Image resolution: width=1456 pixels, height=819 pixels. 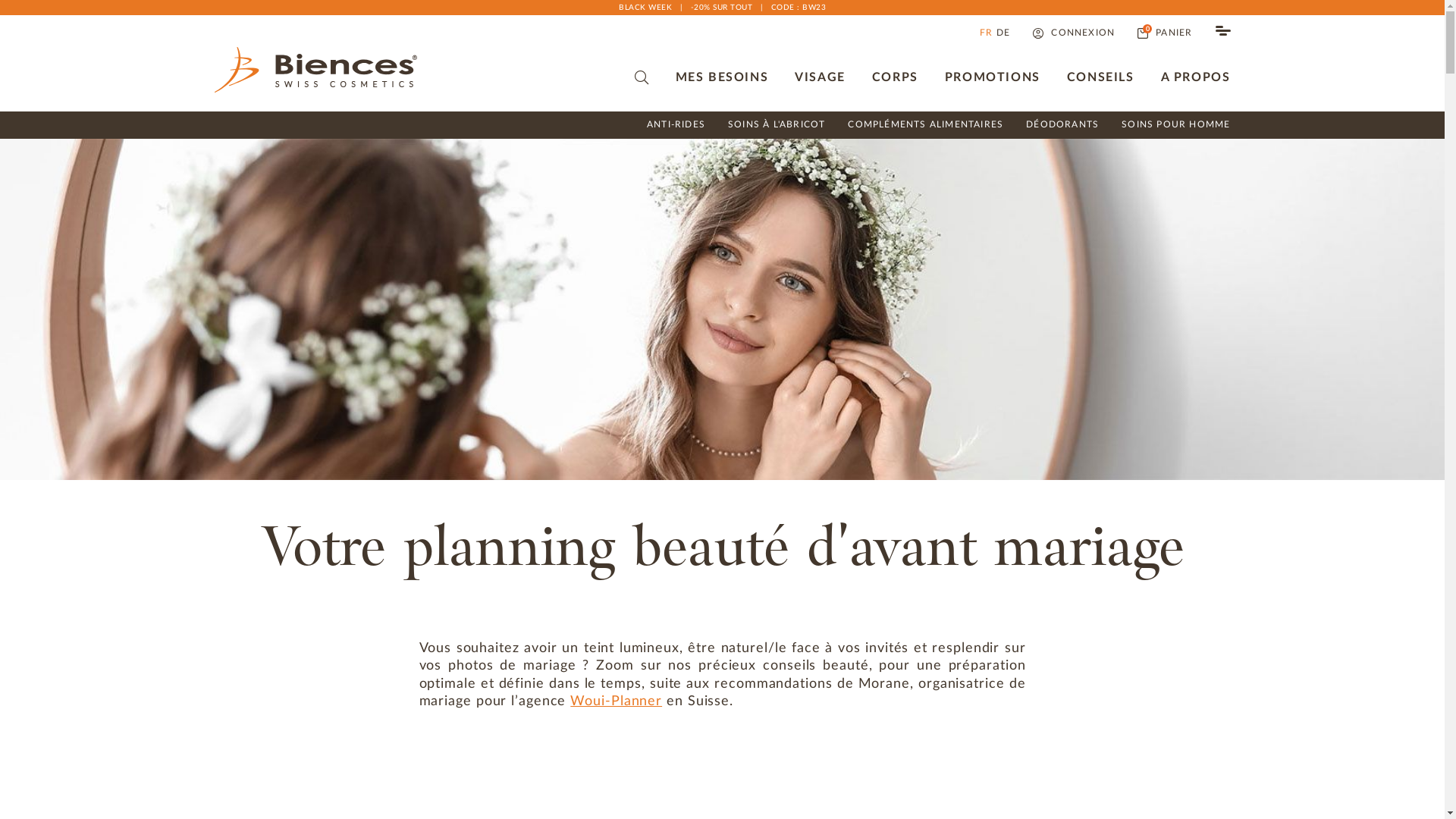 I want to click on 'CONNEXION', so click(x=1073, y=33).